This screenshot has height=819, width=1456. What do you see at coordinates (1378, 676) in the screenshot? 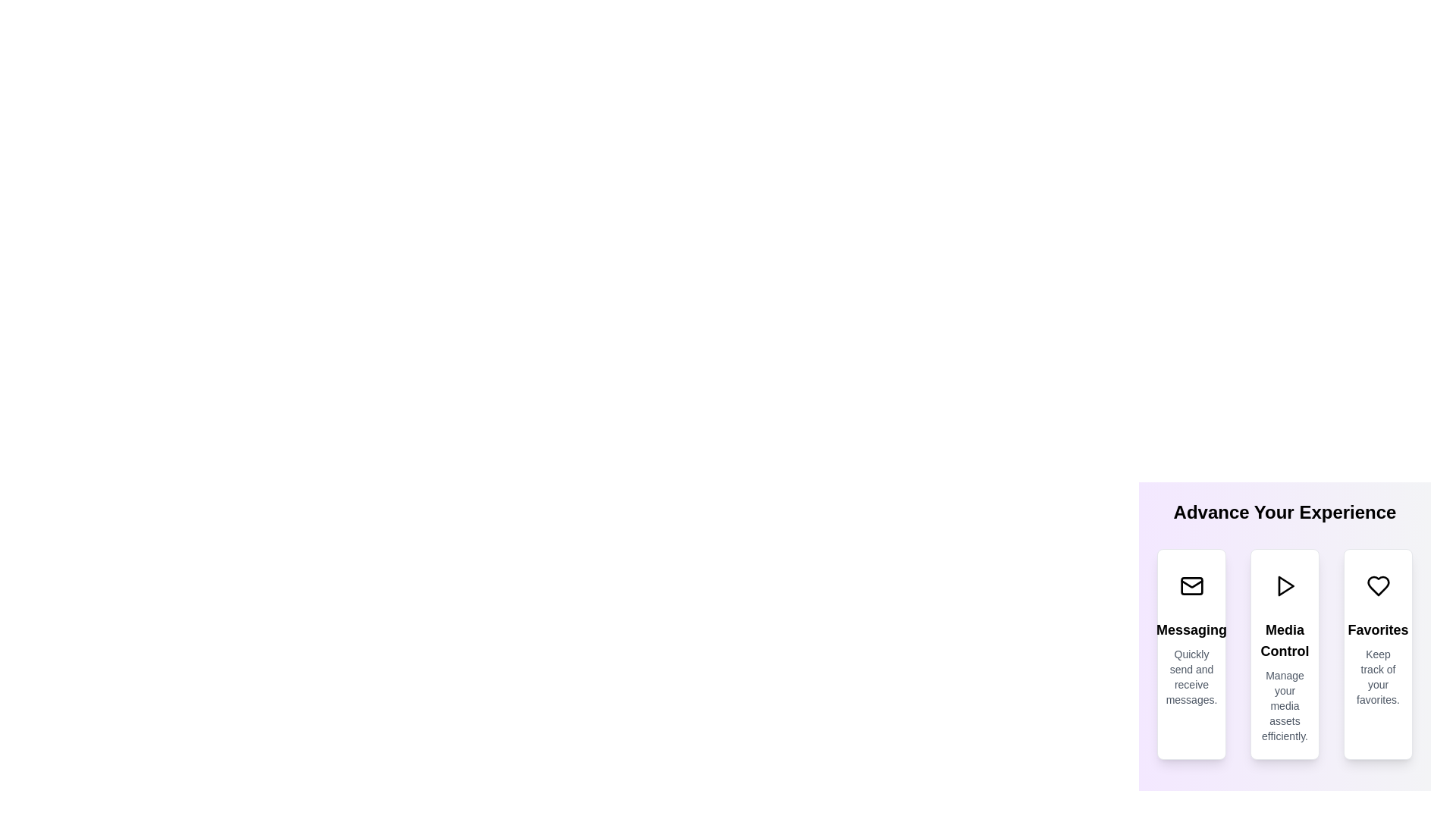
I see `the text label that reads 'Keep track of your favorites.' located within the 'Favorites' card, positioned below the 'Favorites' title` at bounding box center [1378, 676].